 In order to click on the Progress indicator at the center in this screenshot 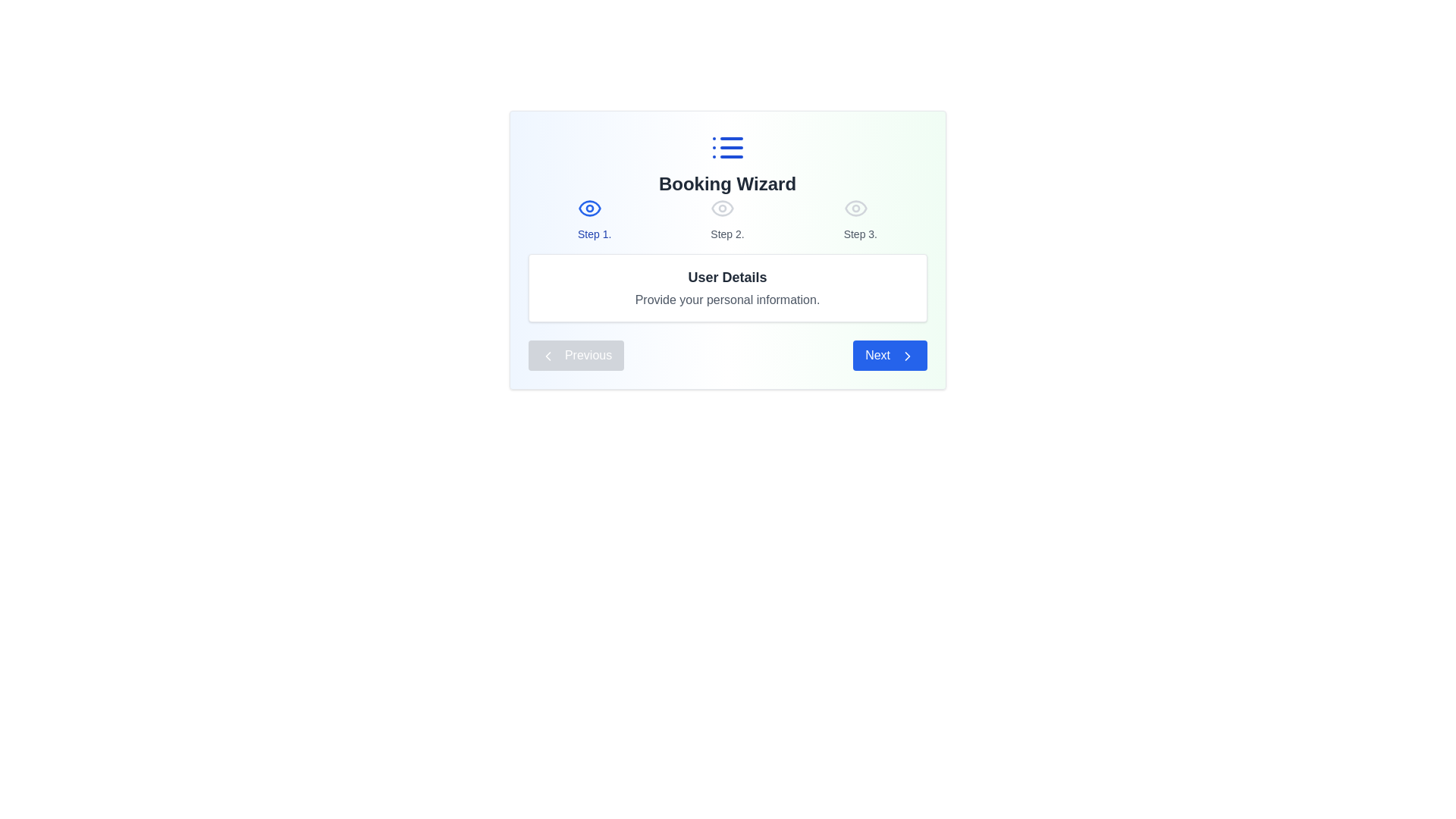, I will do `click(726, 219)`.